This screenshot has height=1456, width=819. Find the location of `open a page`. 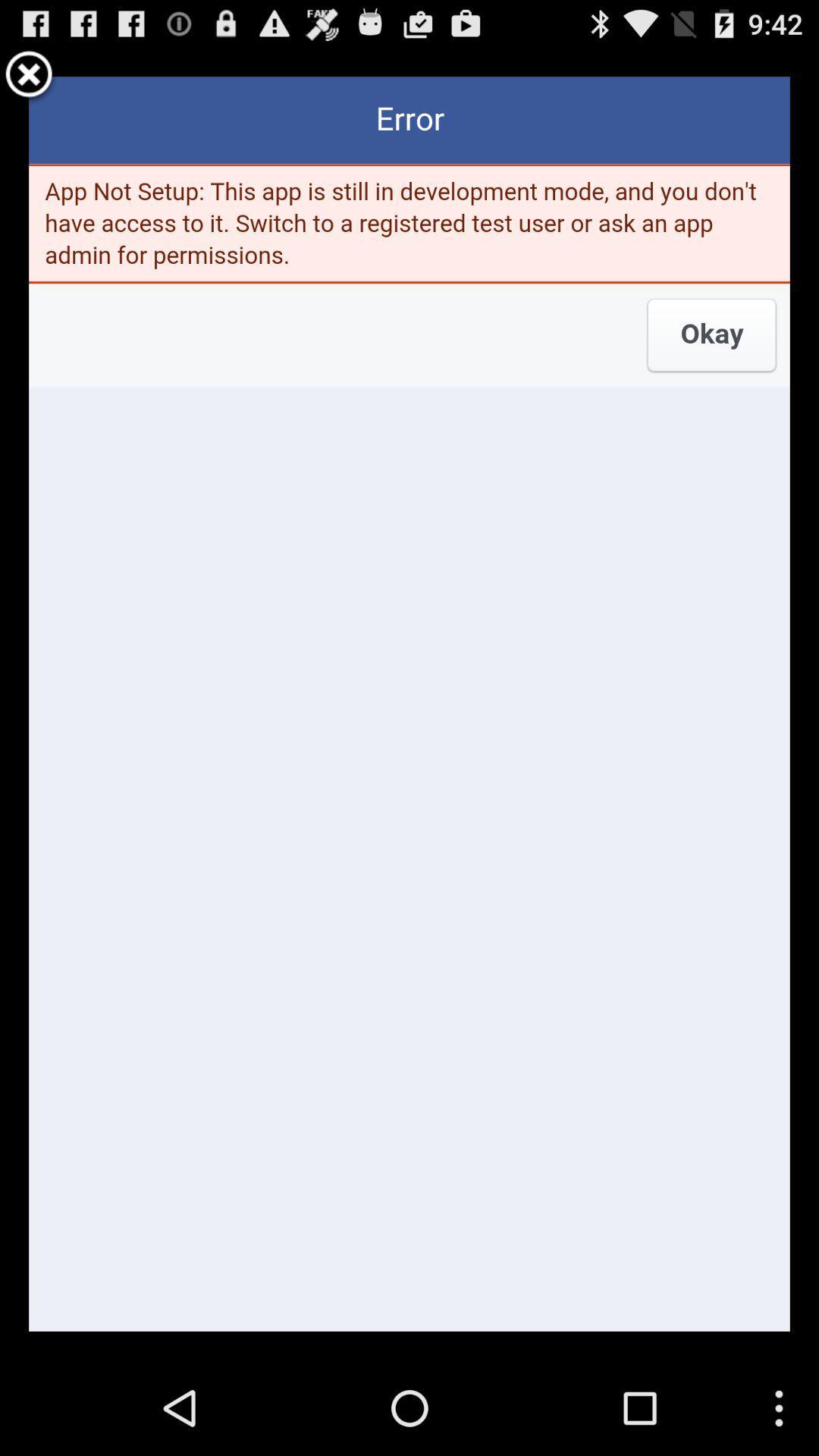

open a page is located at coordinates (409, 703).